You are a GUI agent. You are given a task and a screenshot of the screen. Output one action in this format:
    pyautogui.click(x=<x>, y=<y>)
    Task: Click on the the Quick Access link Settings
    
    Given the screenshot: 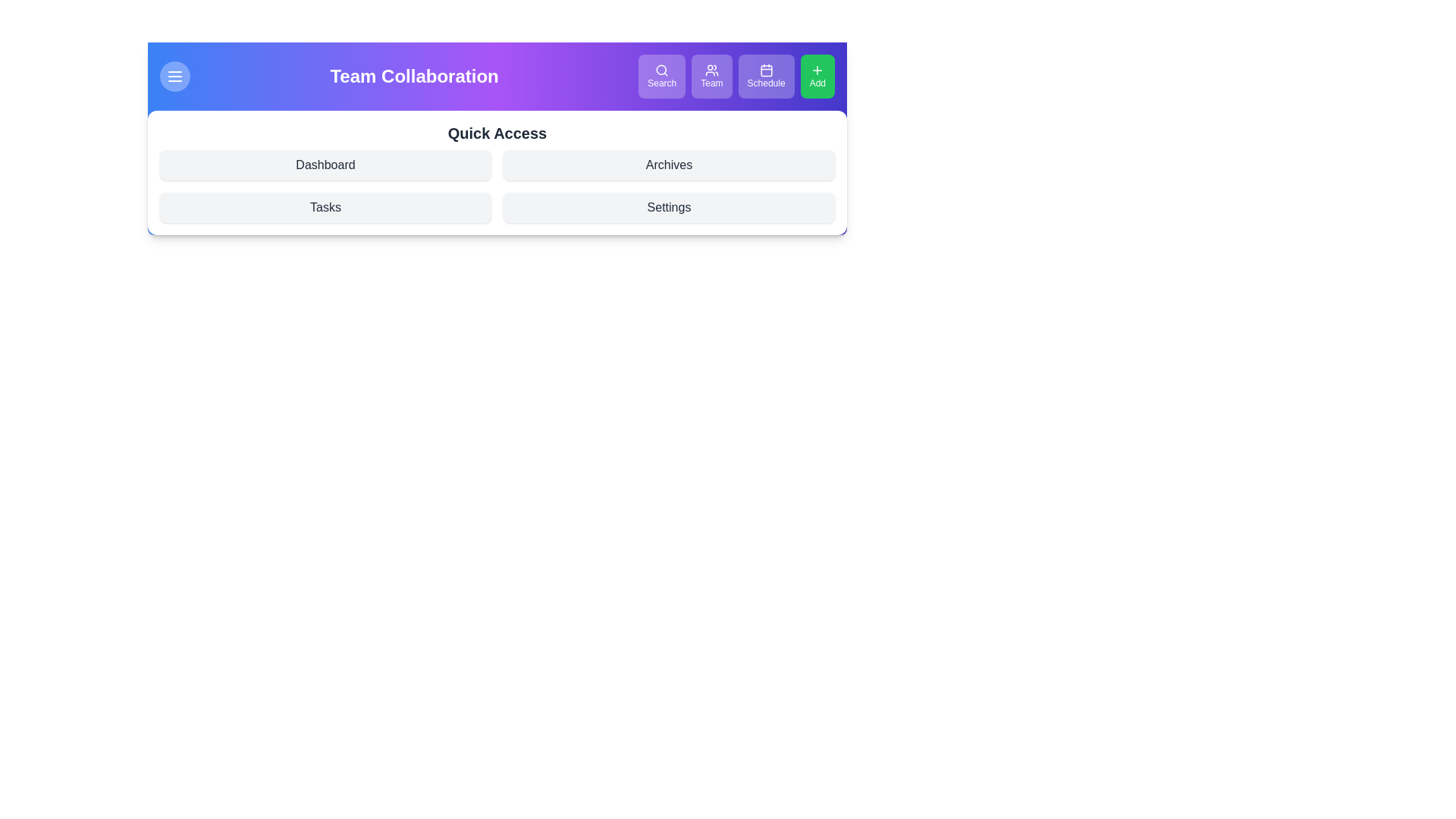 What is the action you would take?
    pyautogui.click(x=668, y=207)
    